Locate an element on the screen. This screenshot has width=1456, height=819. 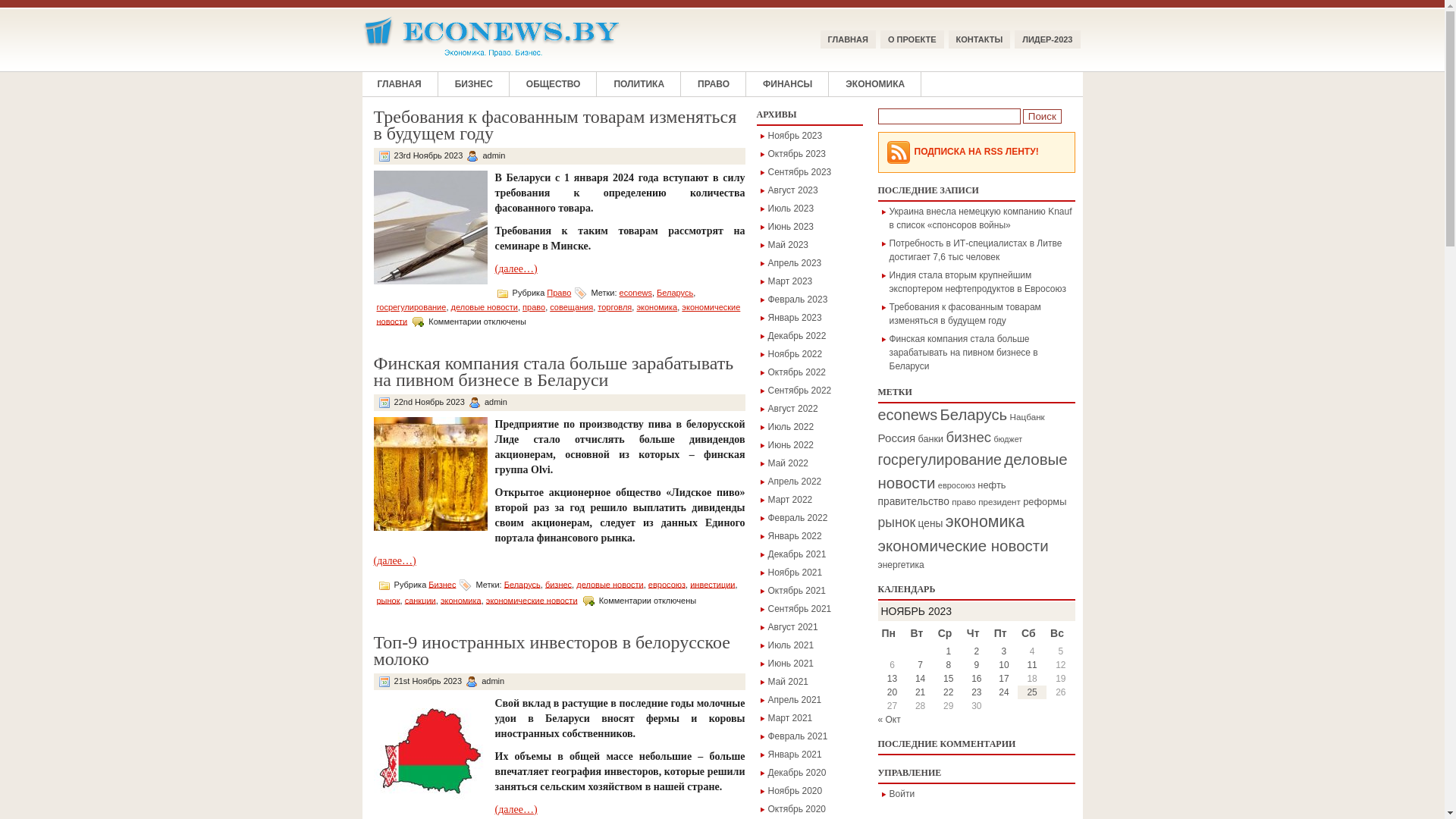
'23' is located at coordinates (971, 692).